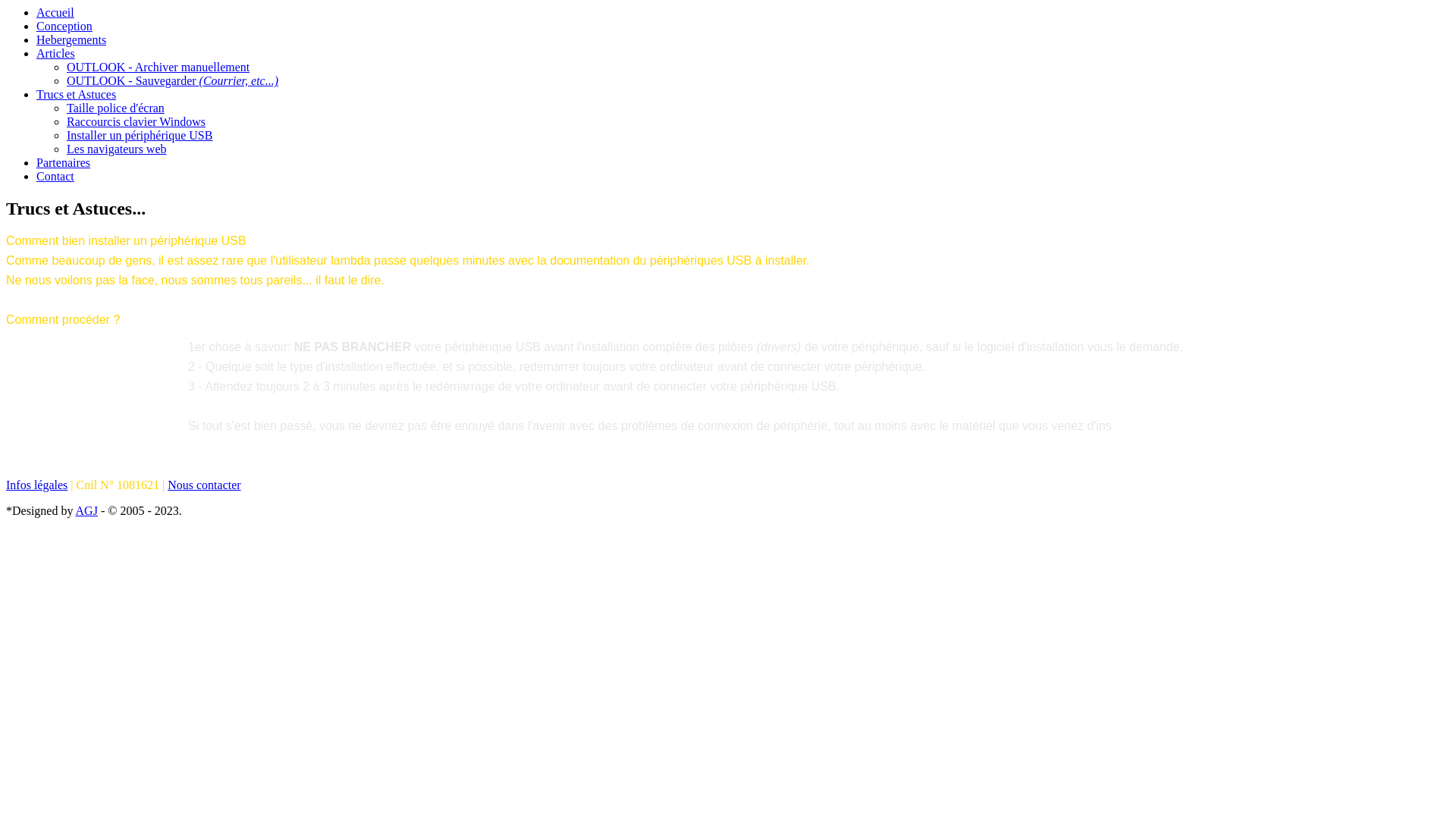 The image size is (1456, 819). Describe the element at coordinates (71, 39) in the screenshot. I see `'Hebergements'` at that location.